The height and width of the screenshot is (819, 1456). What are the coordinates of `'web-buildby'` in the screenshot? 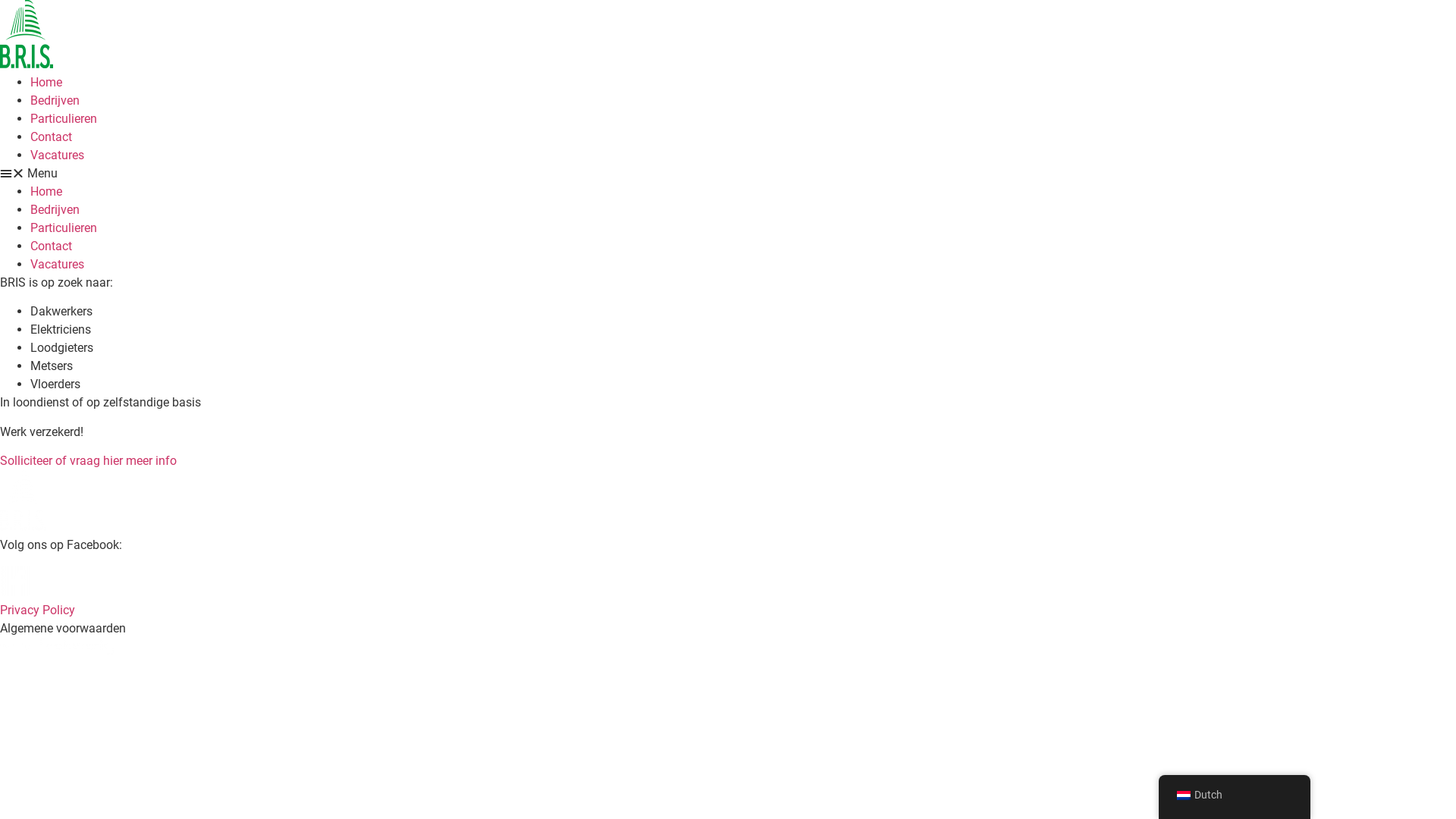 It's located at (57, 646).